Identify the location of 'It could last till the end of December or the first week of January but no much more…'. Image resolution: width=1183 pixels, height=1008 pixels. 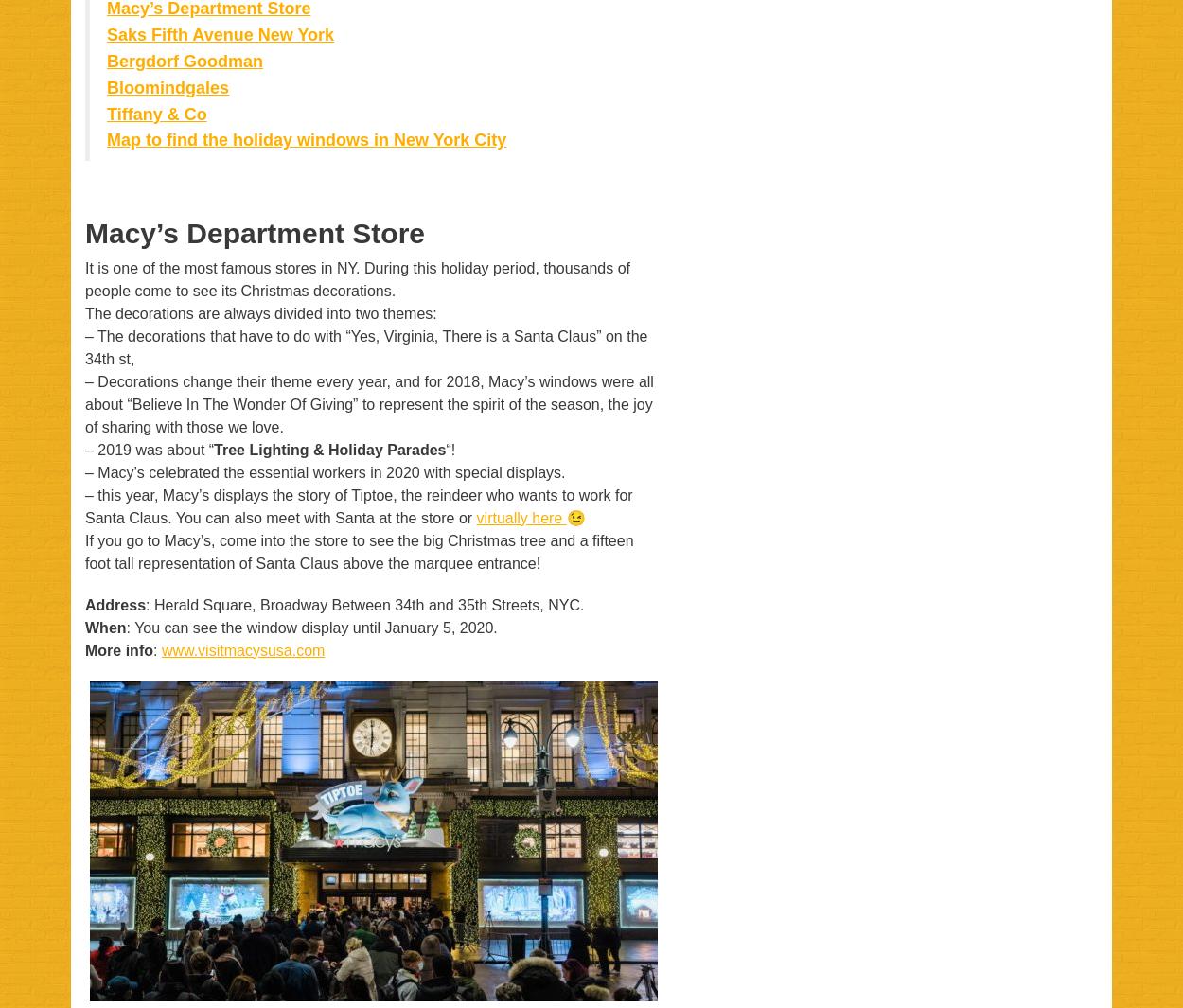
(336, 648).